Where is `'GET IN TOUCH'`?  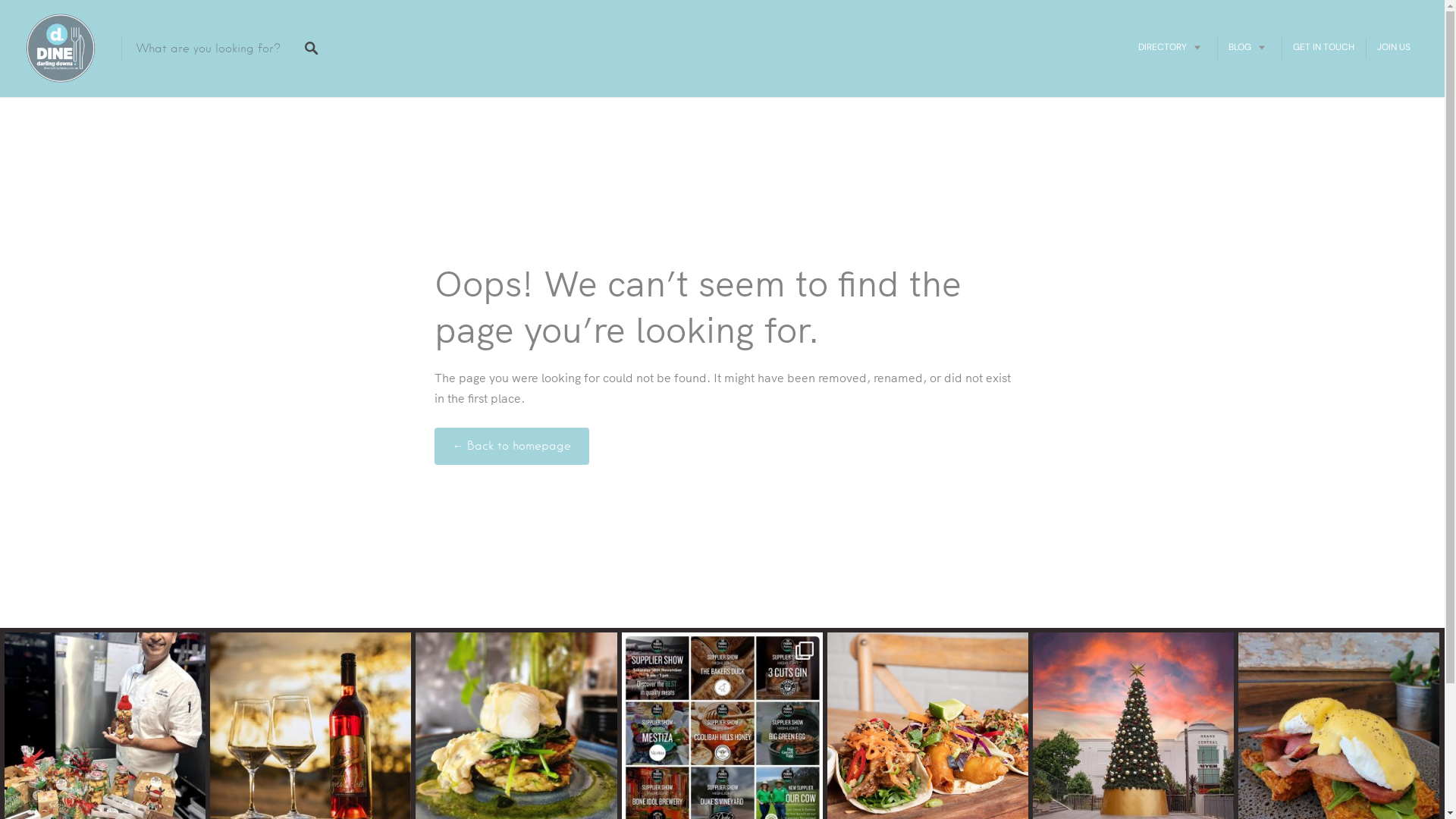 'GET IN TOUCH' is located at coordinates (1323, 45).